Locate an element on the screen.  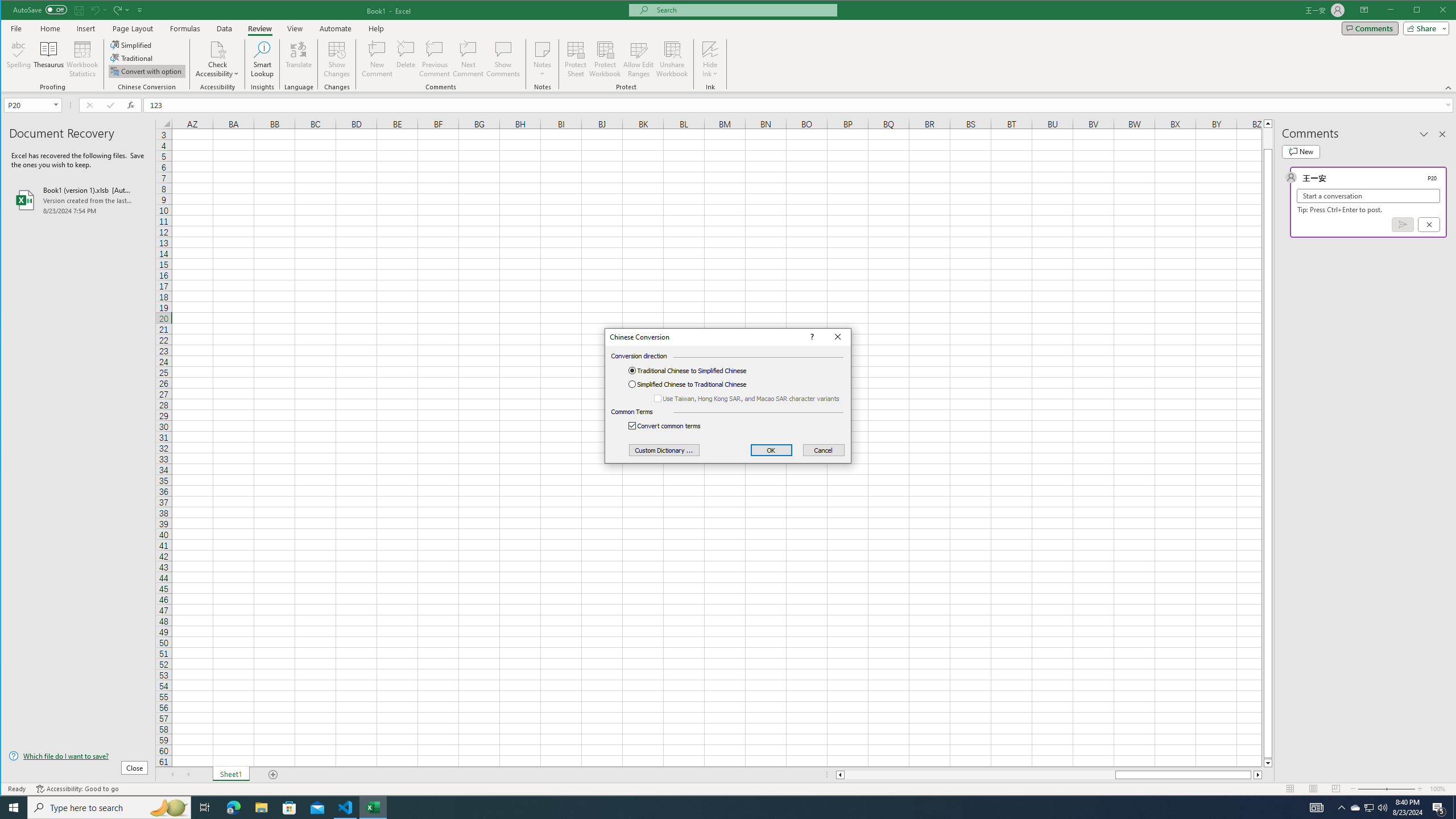
'Use Taiwan, Hong Kong SAR, and Macao SAR character variants' is located at coordinates (748, 398).